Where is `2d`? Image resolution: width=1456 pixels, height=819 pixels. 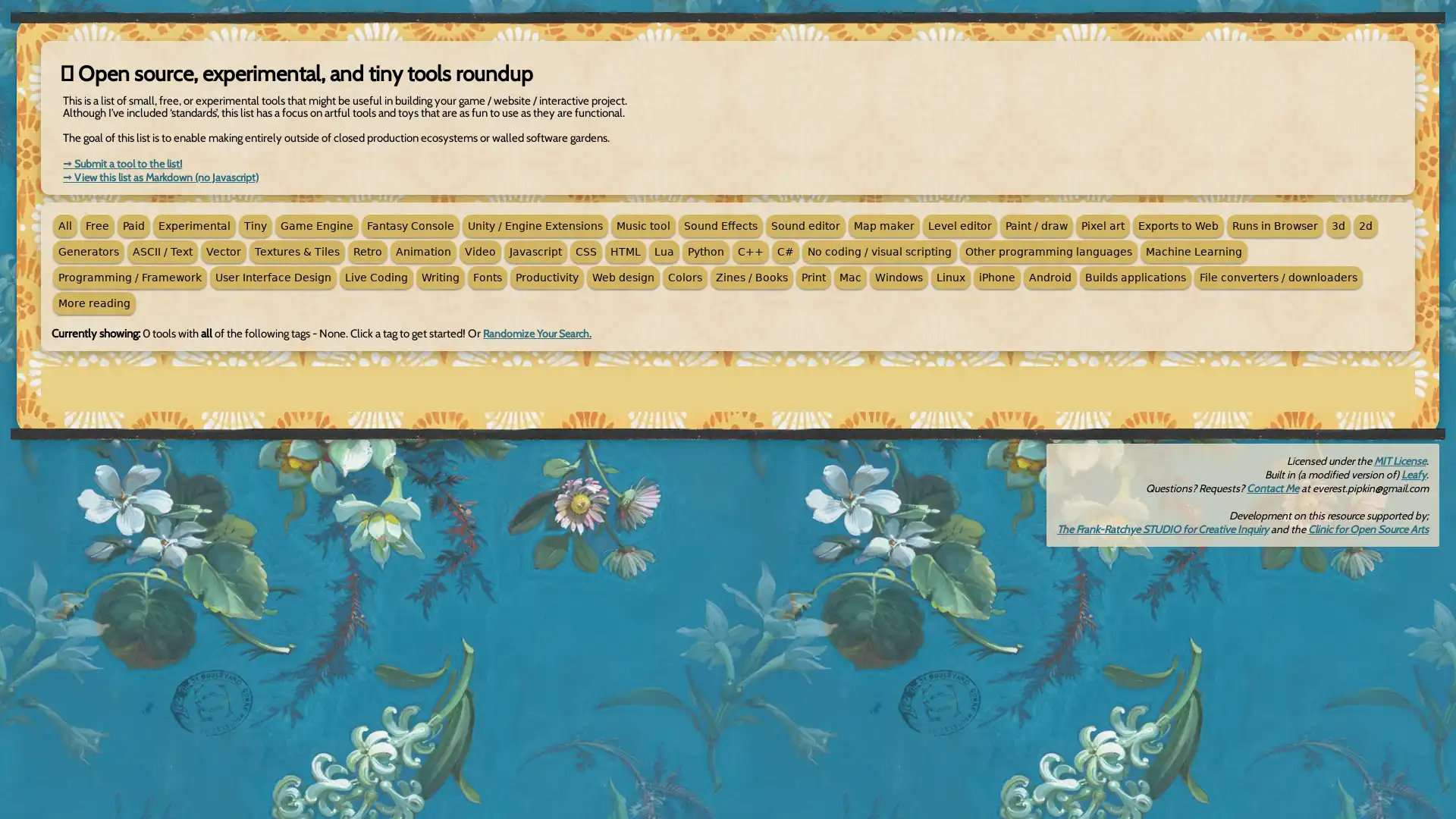
2d is located at coordinates (1365, 225).